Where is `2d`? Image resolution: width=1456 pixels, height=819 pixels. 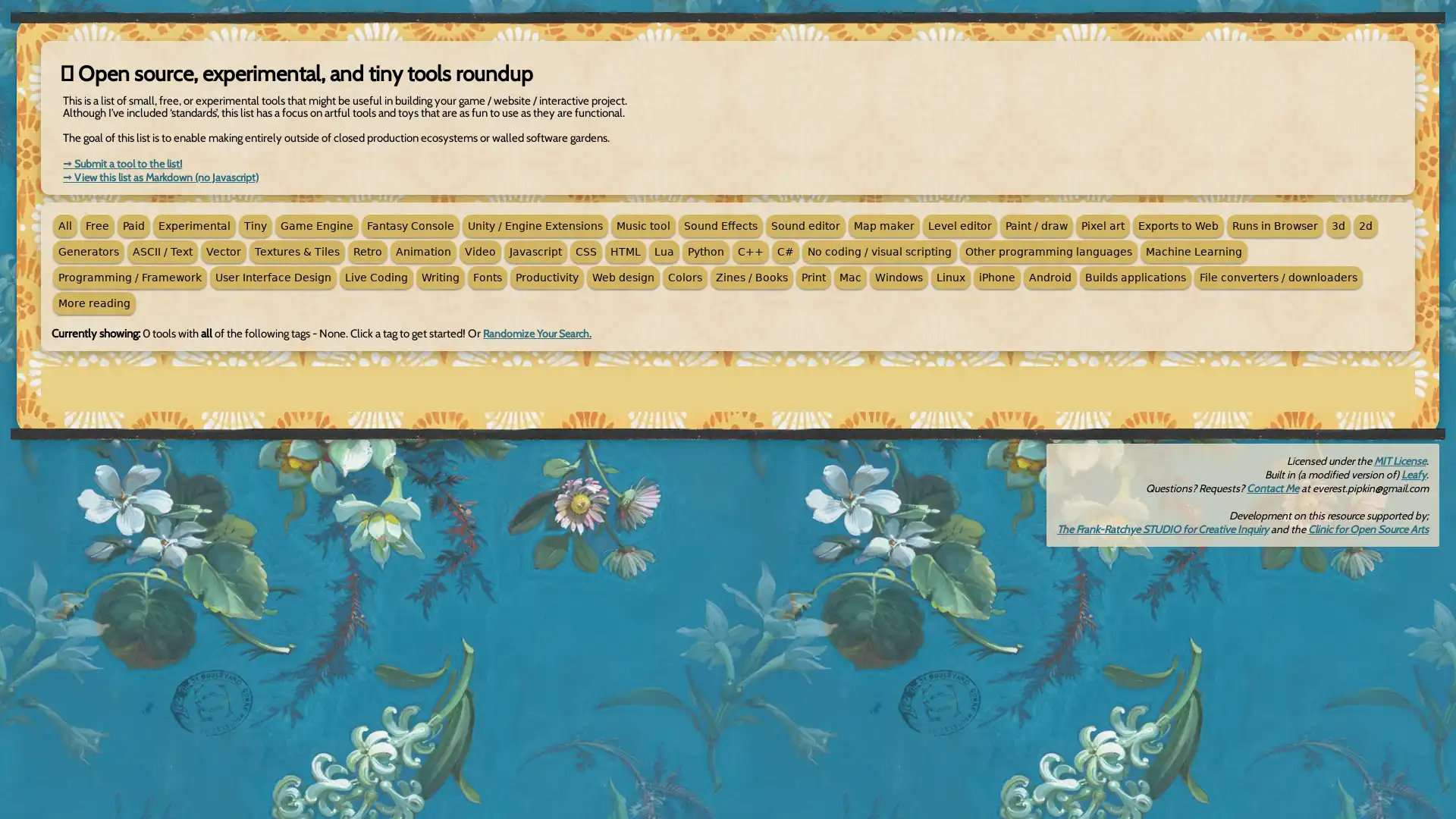
2d is located at coordinates (1365, 225).